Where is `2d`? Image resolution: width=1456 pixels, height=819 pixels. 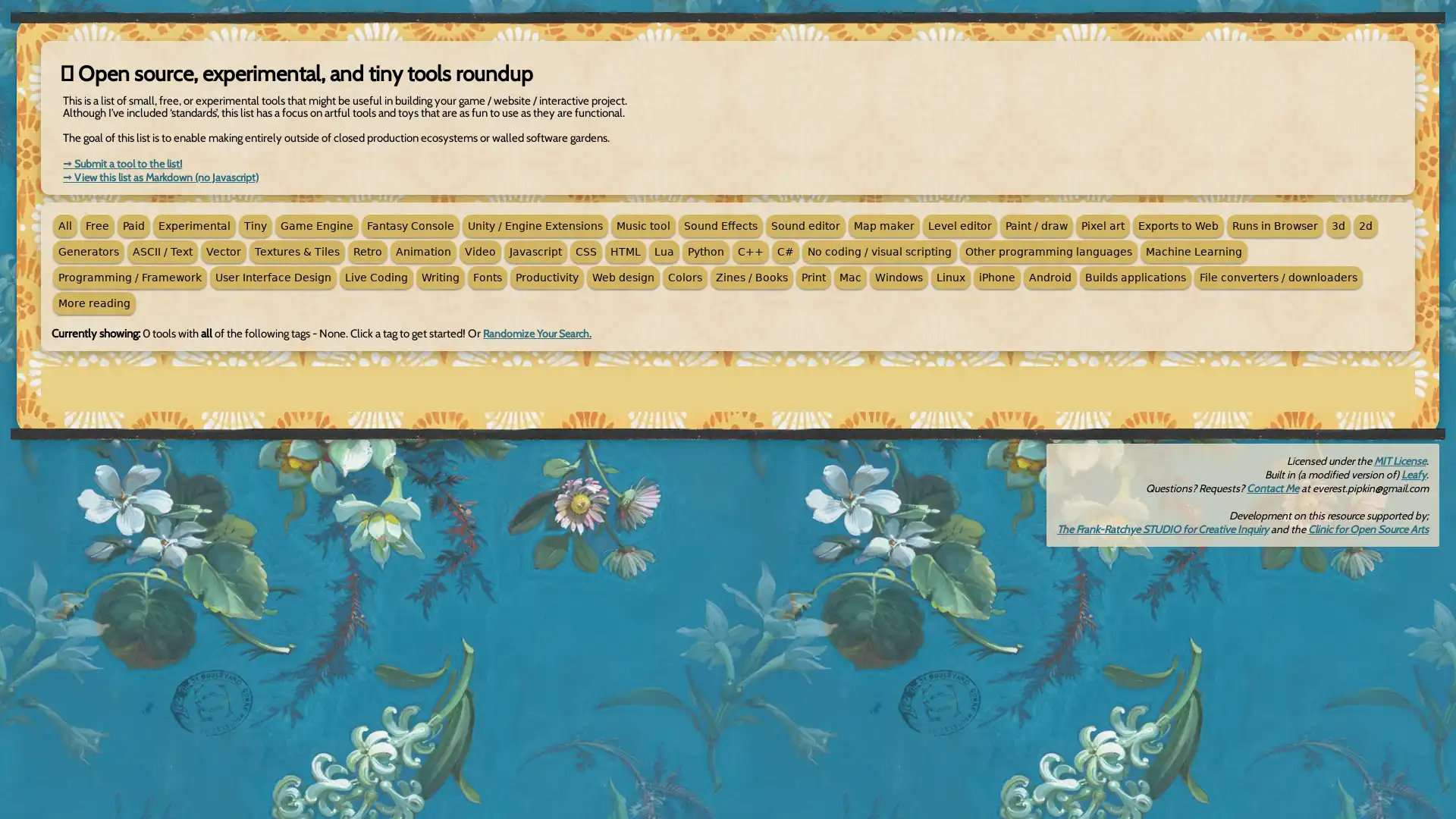
2d is located at coordinates (1365, 225).